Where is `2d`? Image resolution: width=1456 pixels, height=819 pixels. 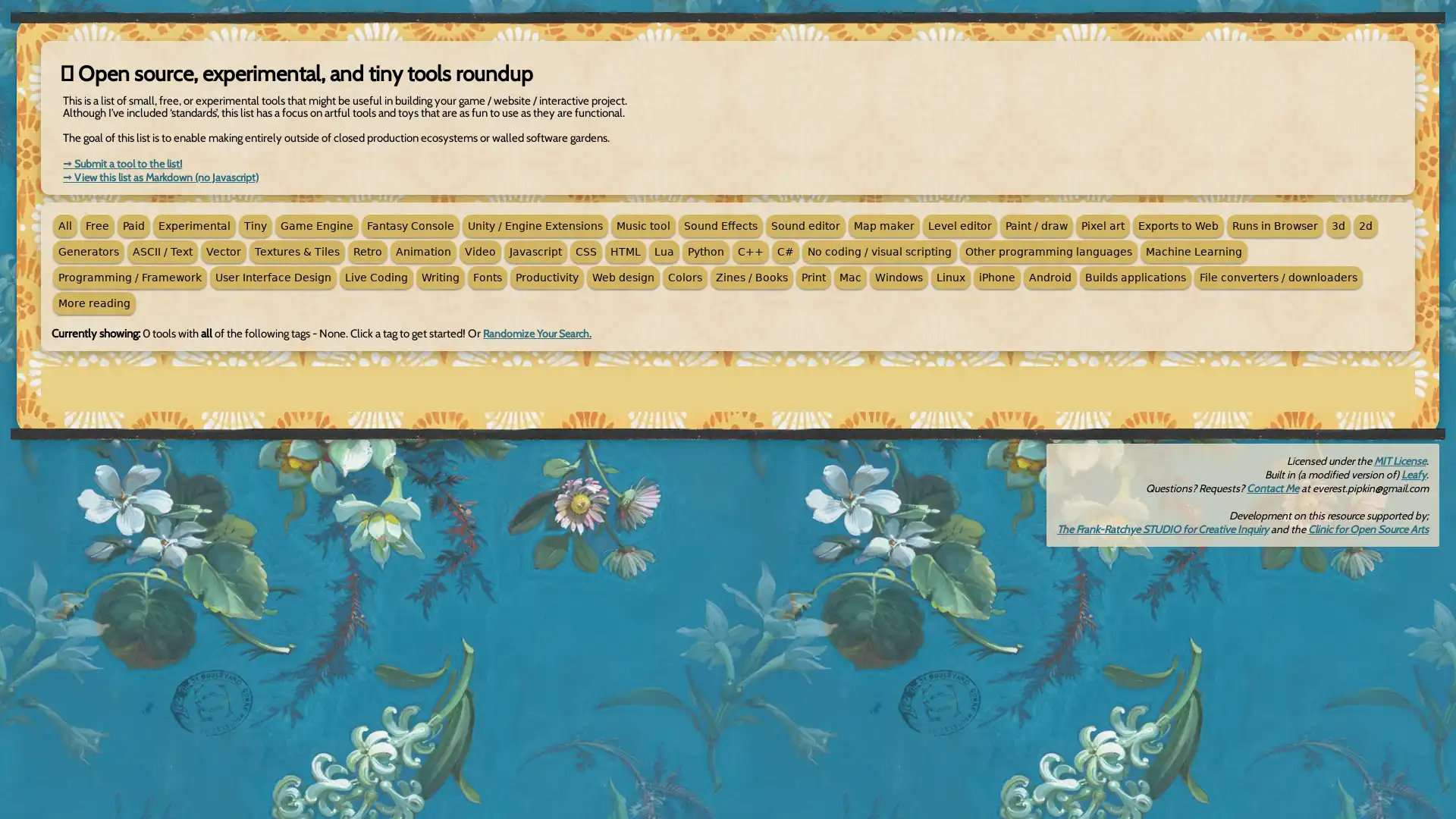
2d is located at coordinates (1365, 225).